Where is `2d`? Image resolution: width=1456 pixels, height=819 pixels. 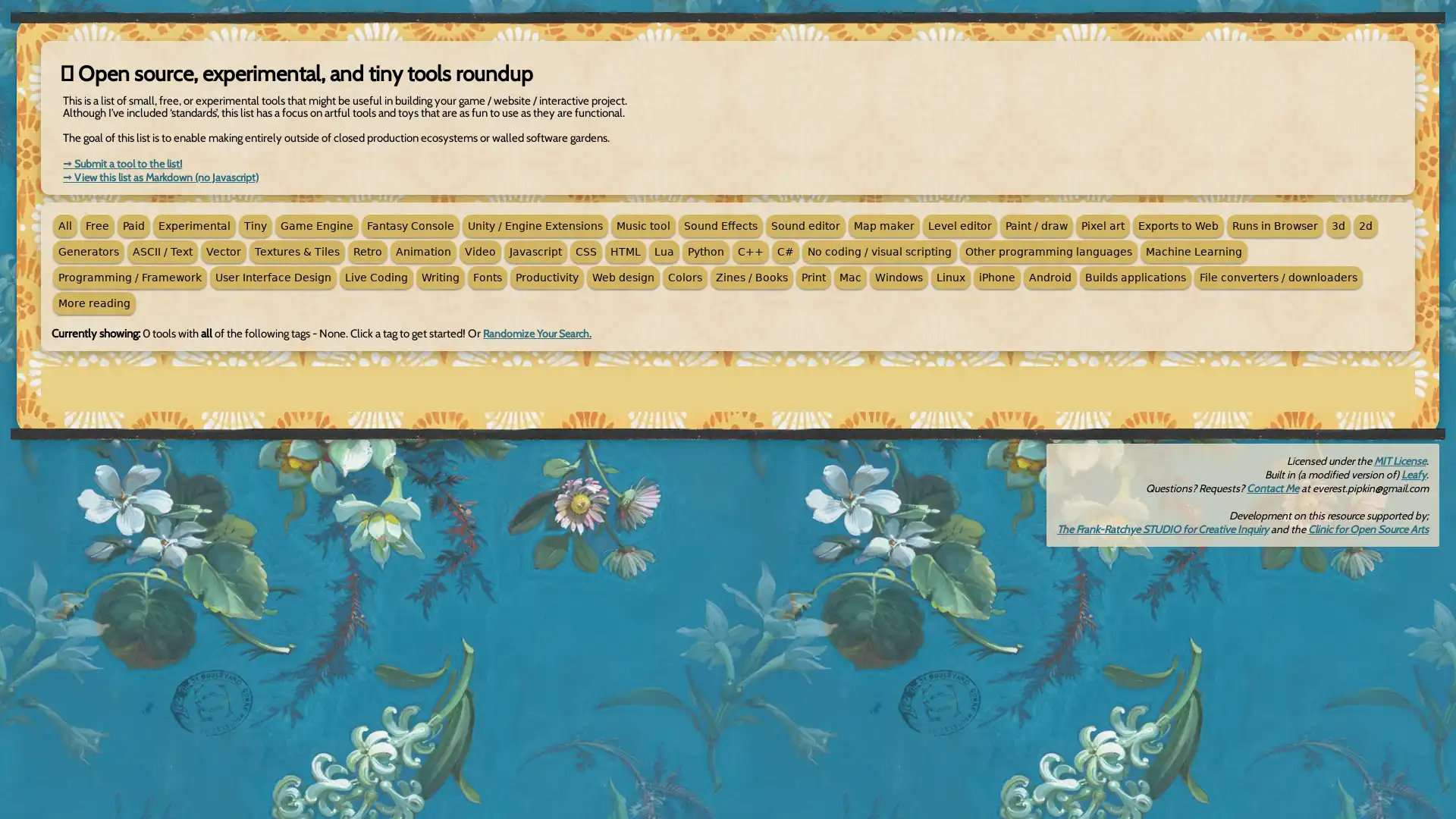
2d is located at coordinates (1365, 225).